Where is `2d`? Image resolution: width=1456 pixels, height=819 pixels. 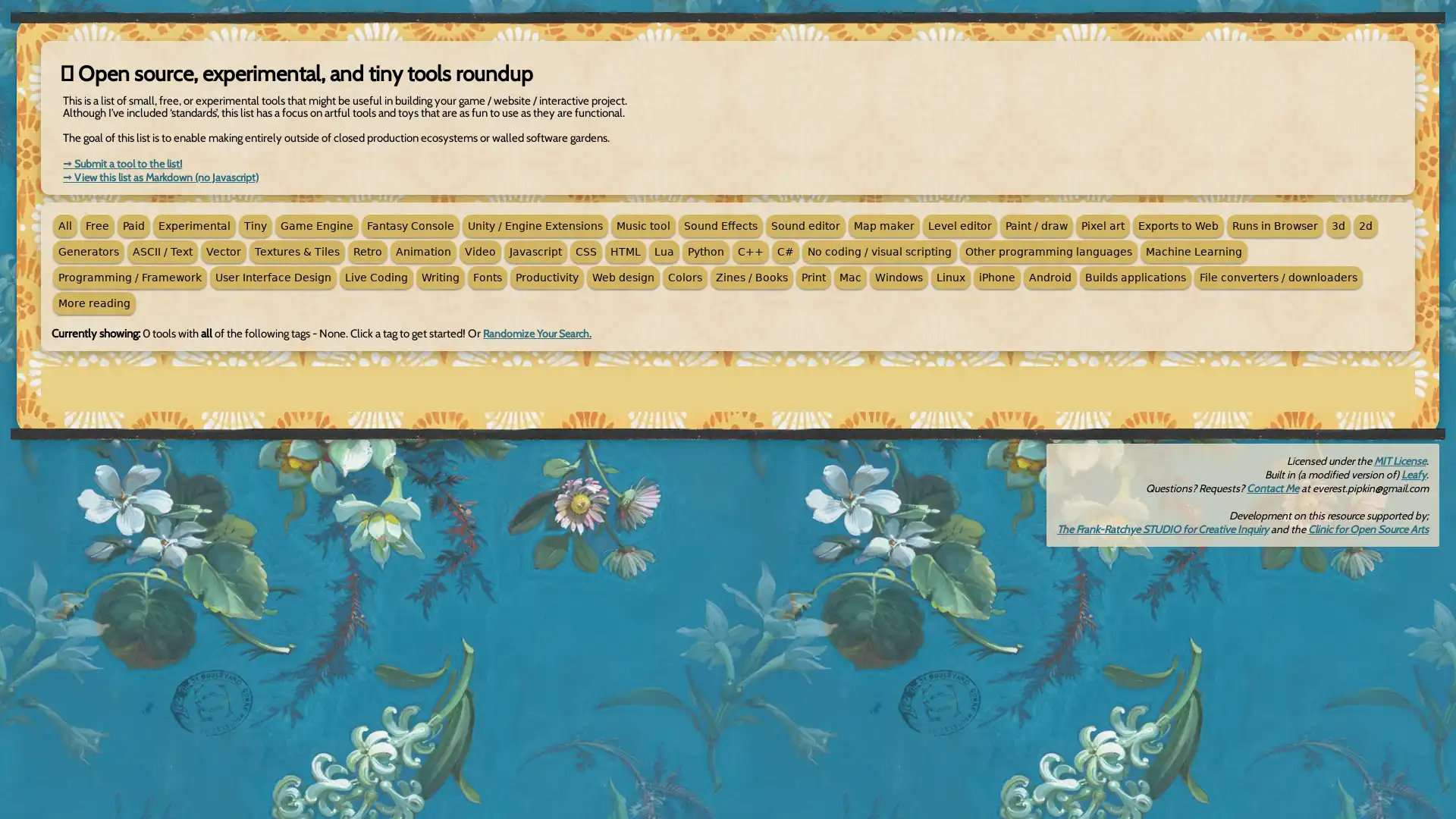
2d is located at coordinates (1365, 225).